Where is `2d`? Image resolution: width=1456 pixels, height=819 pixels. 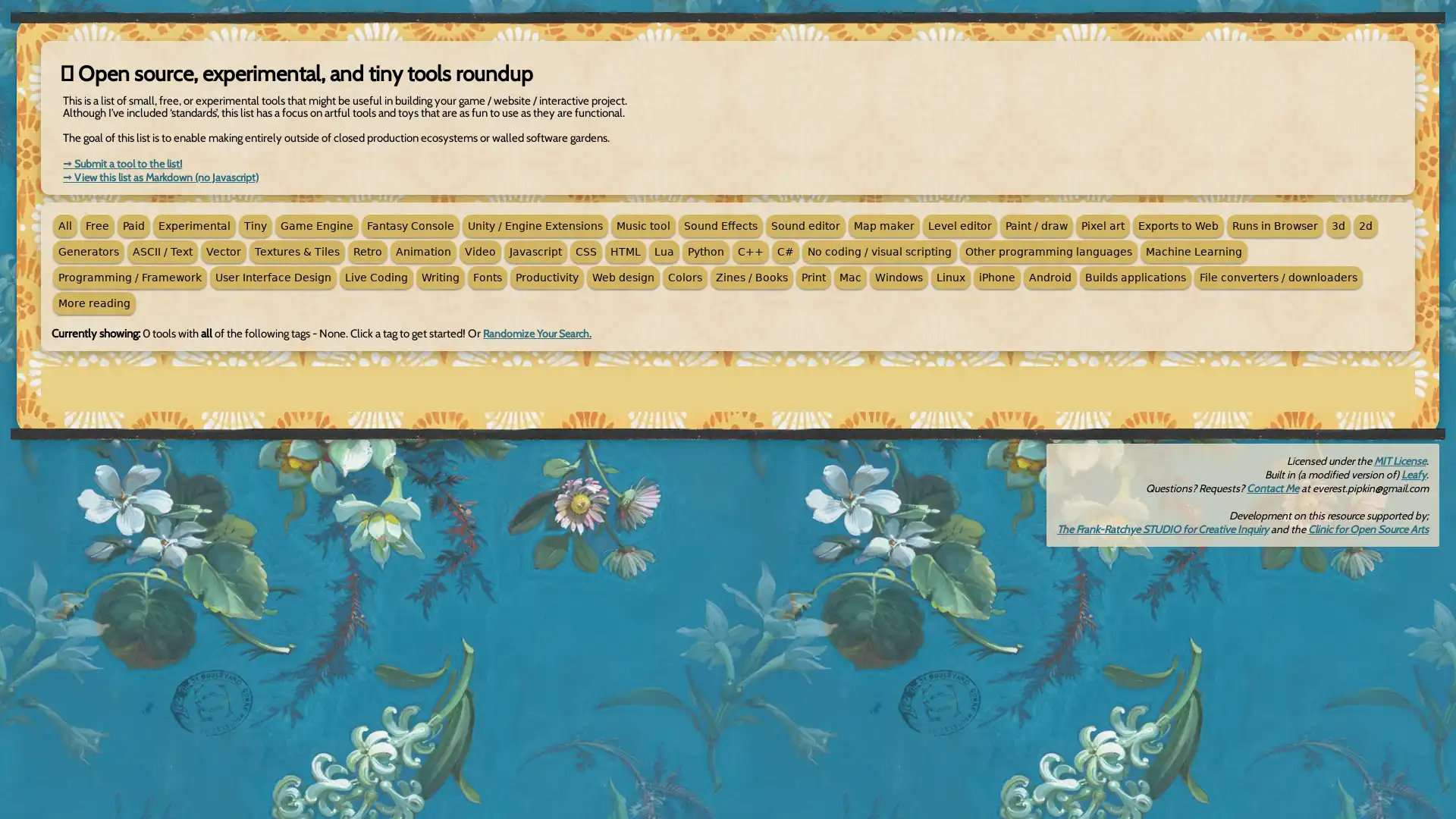
2d is located at coordinates (1365, 225).